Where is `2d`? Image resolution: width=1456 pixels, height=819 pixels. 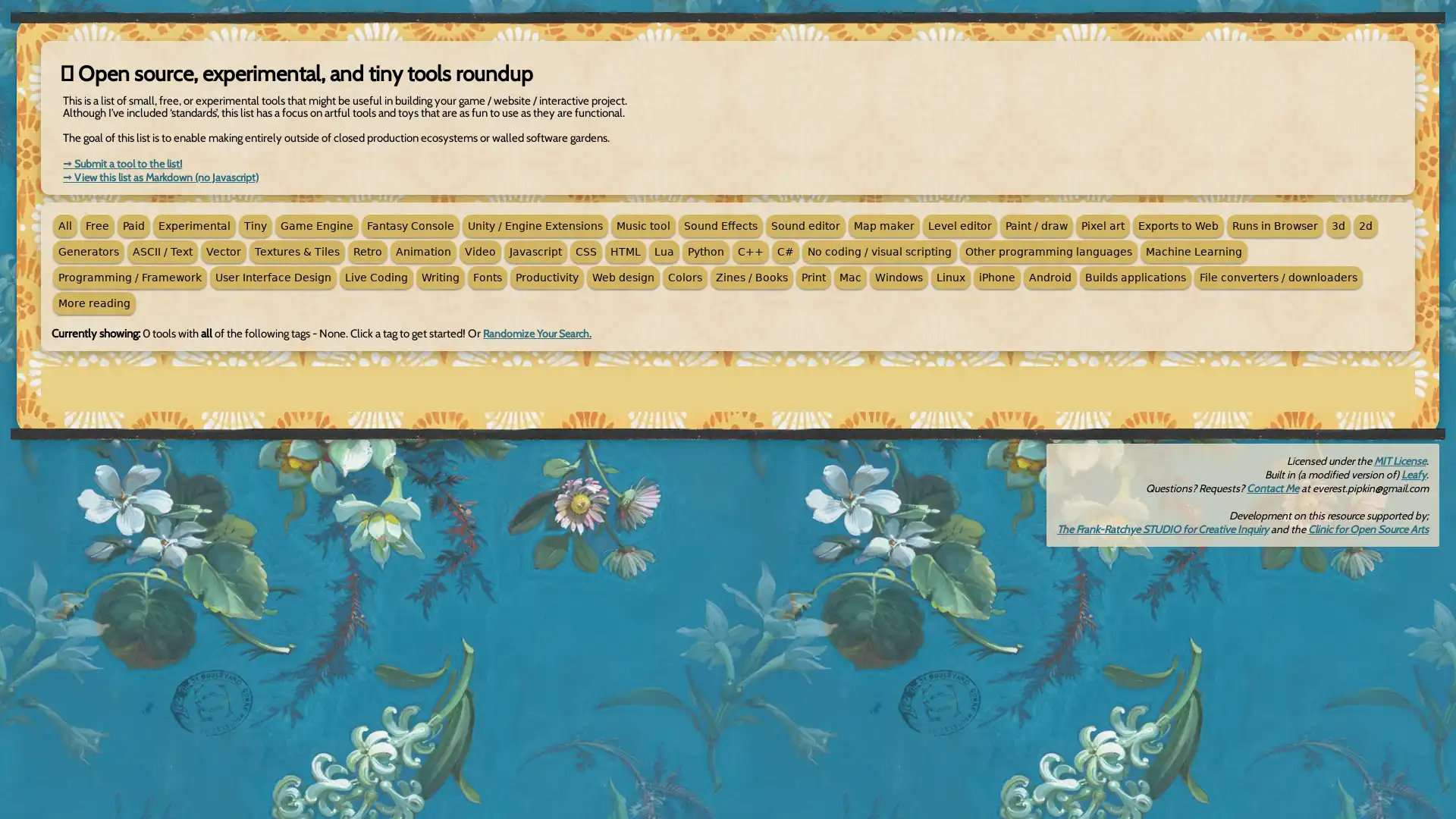
2d is located at coordinates (1365, 225).